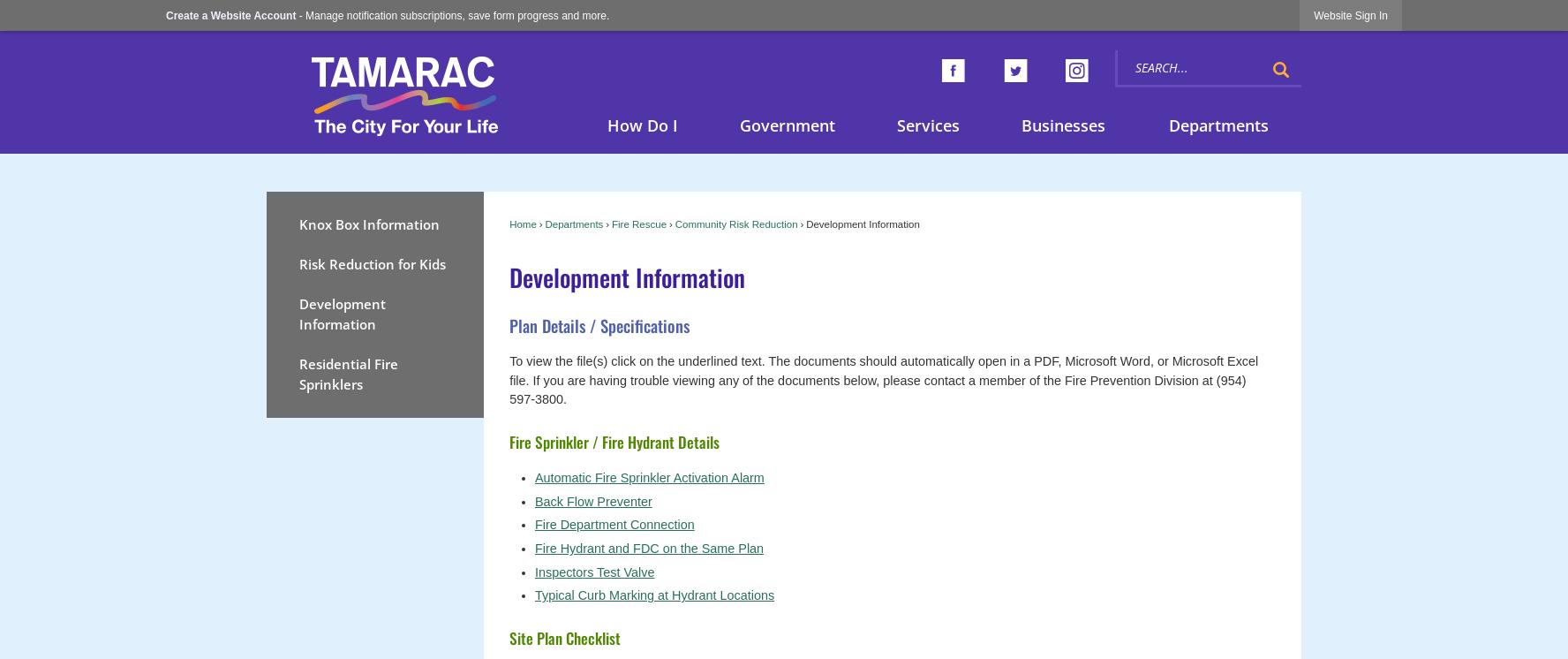 This screenshot has height=659, width=1568. What do you see at coordinates (348, 373) in the screenshot?
I see `'Residential Fire Sprinklers'` at bounding box center [348, 373].